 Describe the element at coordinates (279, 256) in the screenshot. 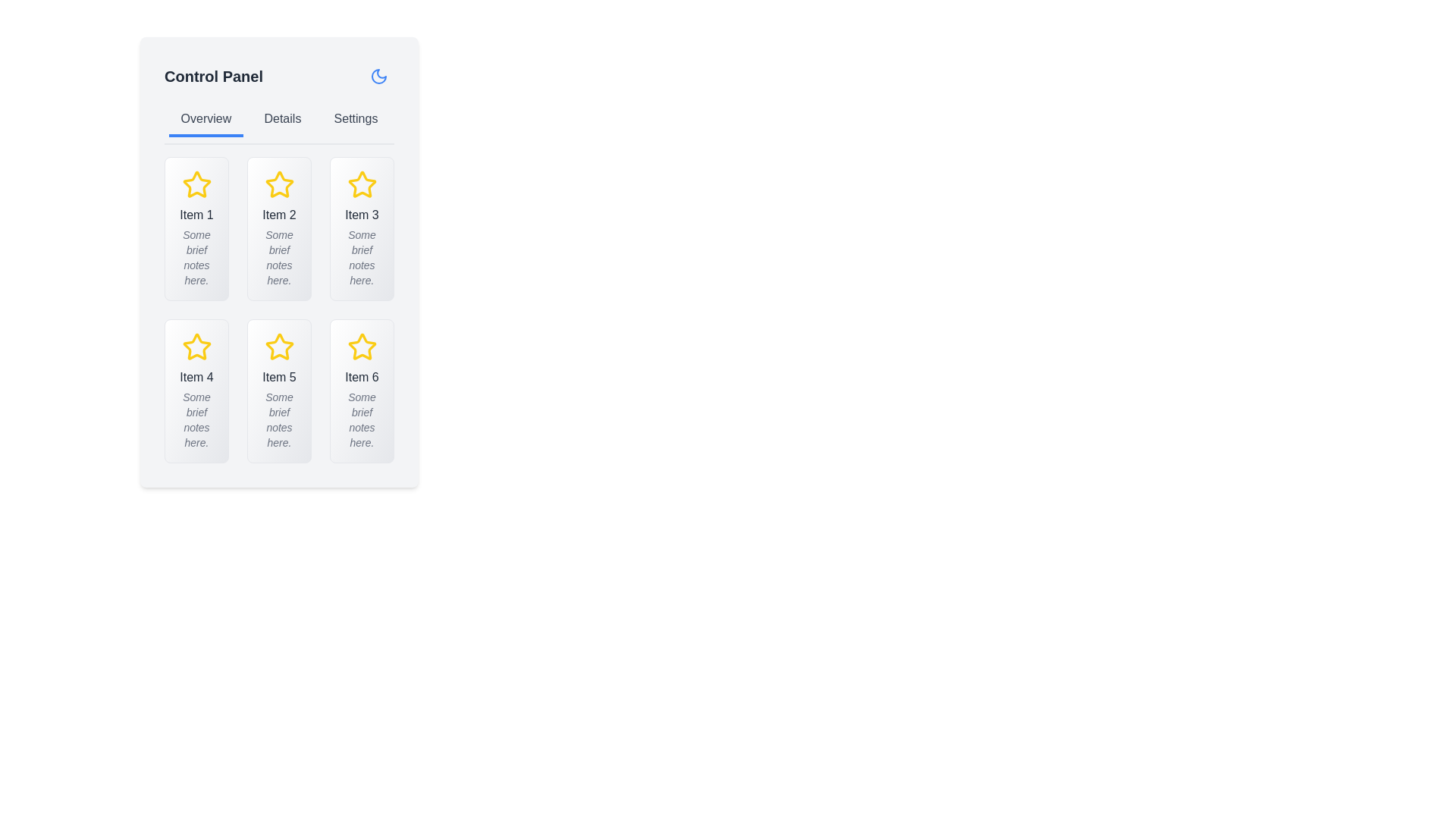

I see `the static text providing additional information related to 'Item 2', located directly below the title within the second tile of a grid layout` at that location.